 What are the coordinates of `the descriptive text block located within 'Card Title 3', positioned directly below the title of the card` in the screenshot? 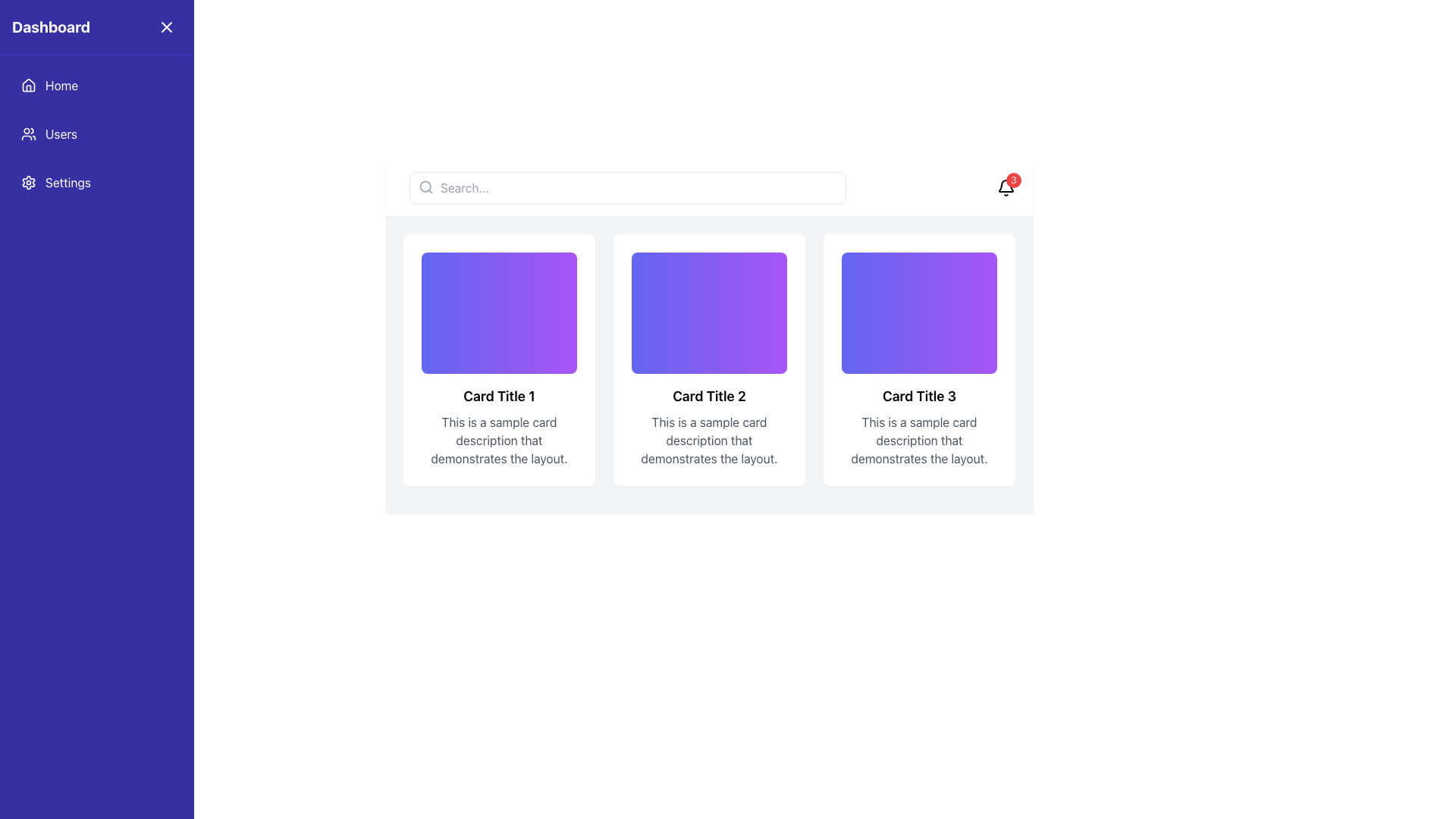 It's located at (918, 441).